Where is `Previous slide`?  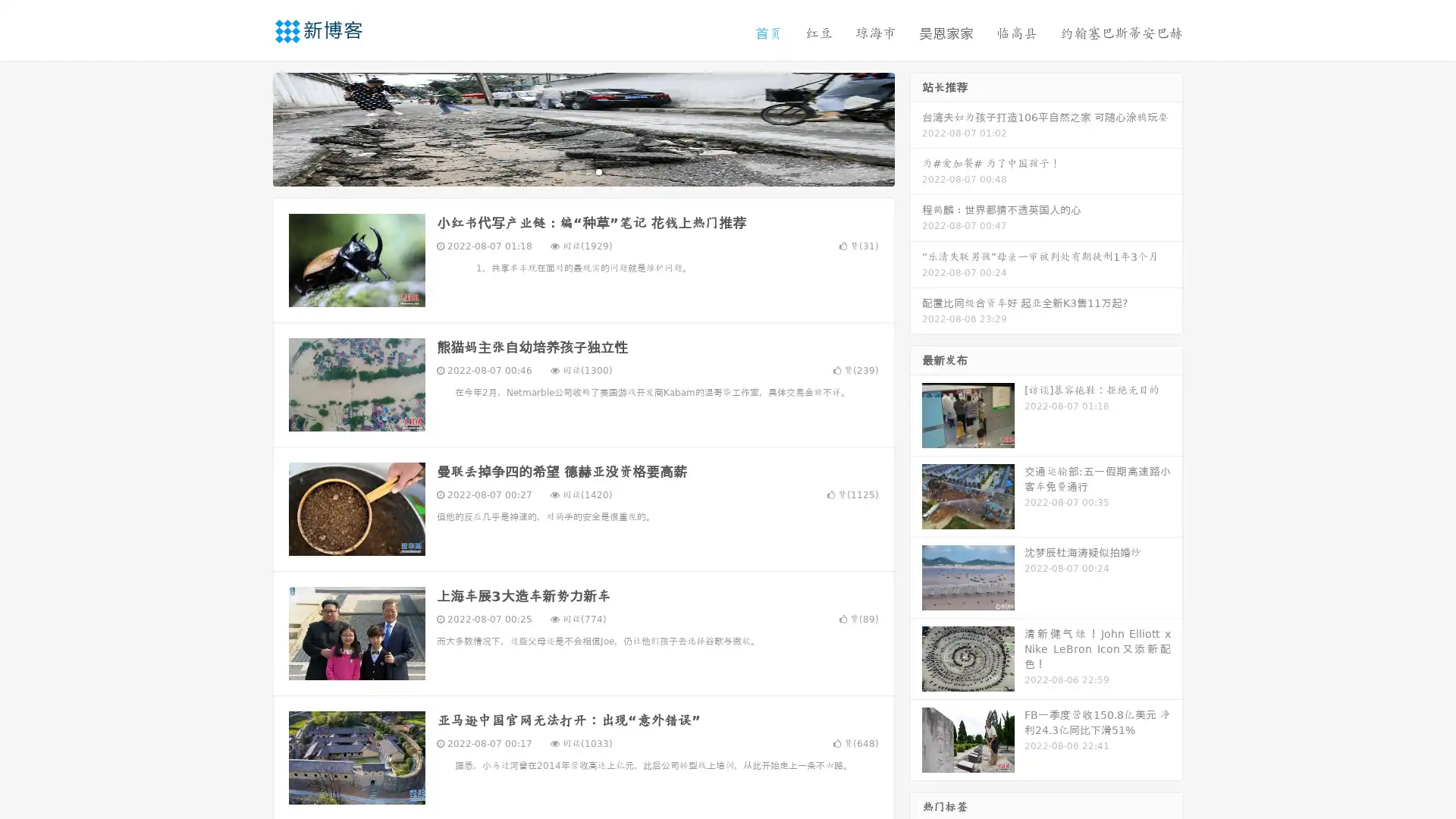 Previous slide is located at coordinates (250, 127).